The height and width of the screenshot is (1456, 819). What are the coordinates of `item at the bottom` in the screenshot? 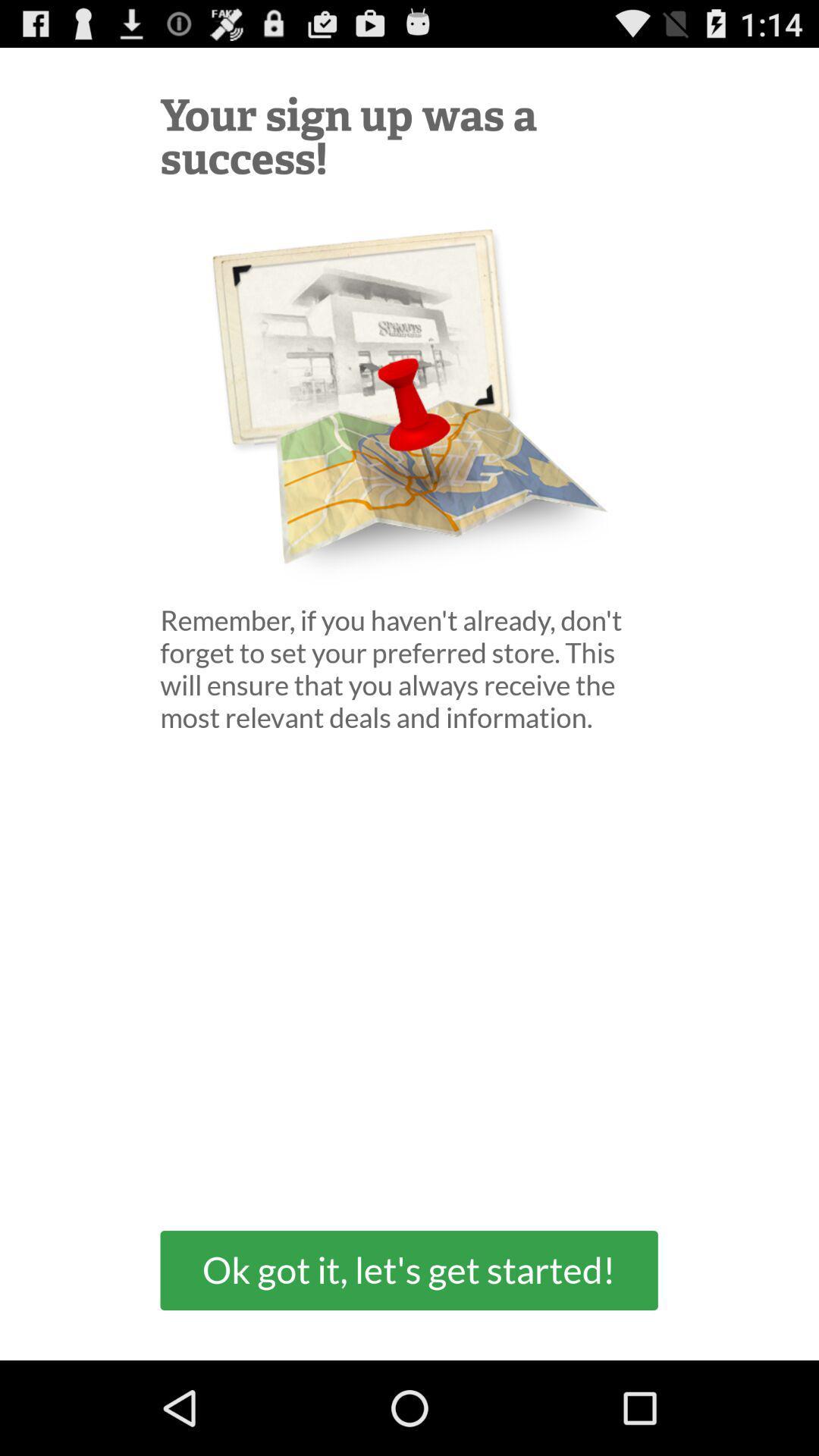 It's located at (408, 1270).